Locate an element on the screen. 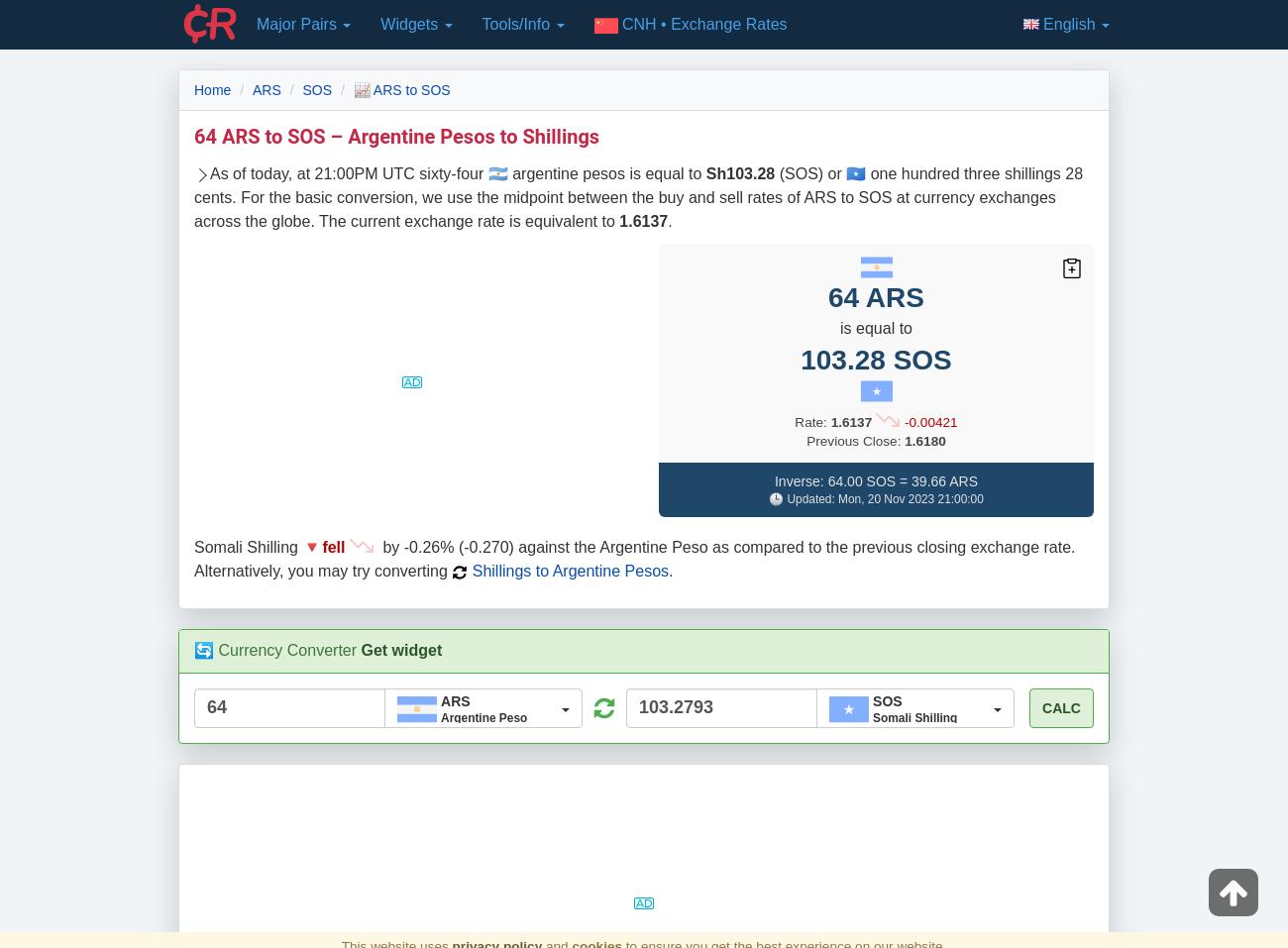  '64 ARS' is located at coordinates (875, 296).